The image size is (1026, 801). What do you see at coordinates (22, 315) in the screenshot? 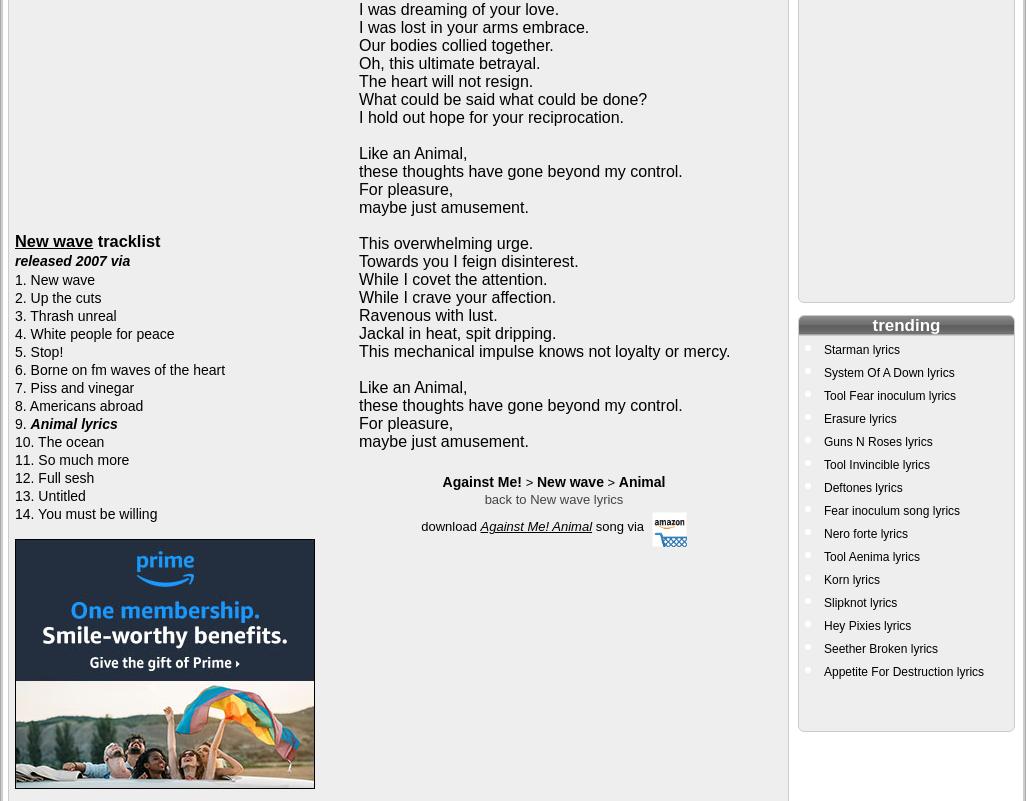
I see `'3.'` at bounding box center [22, 315].